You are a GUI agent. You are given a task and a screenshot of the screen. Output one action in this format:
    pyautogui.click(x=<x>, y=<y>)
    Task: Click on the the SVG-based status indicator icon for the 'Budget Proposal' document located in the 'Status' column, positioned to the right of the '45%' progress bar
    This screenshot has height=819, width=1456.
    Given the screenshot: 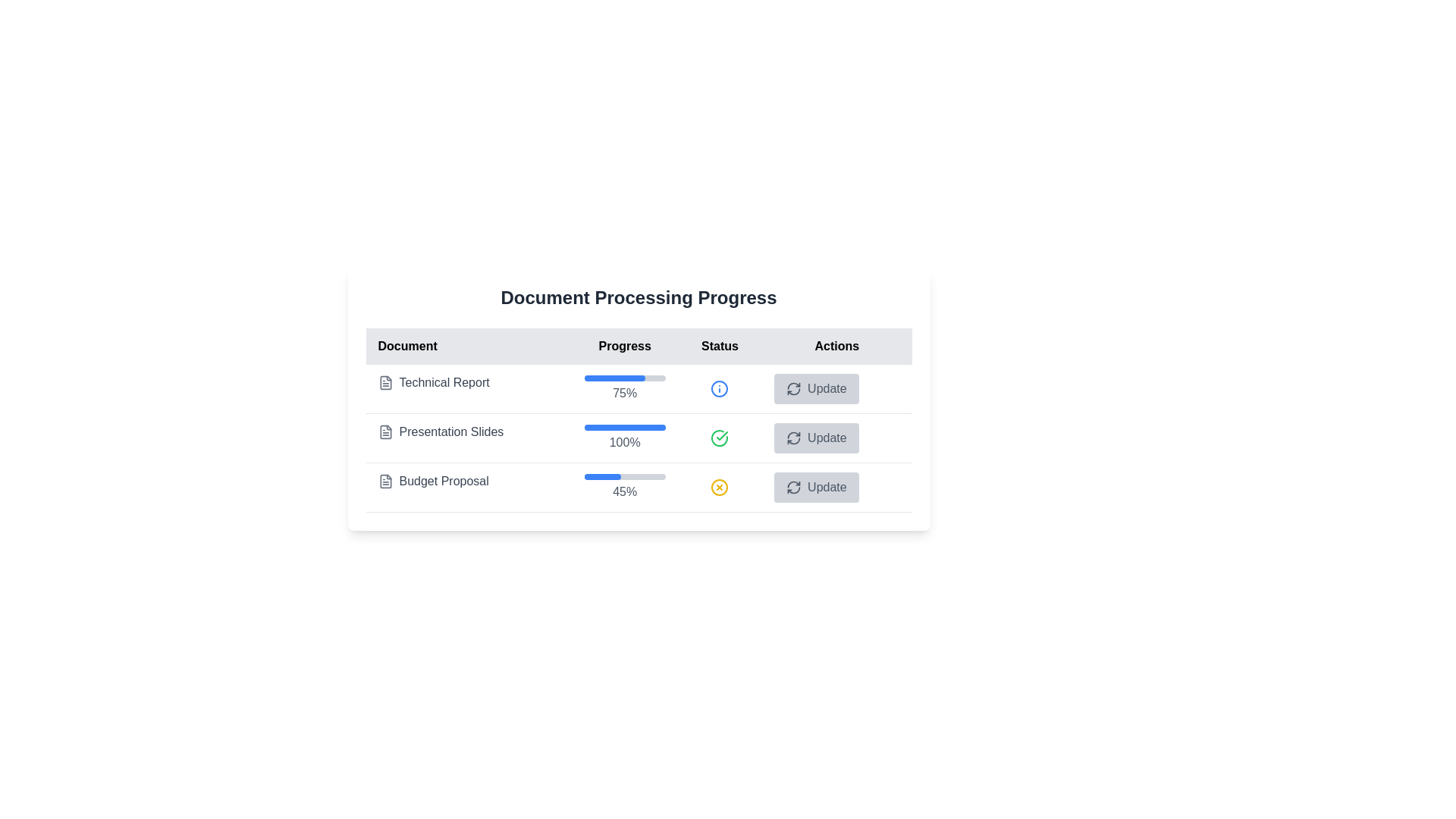 What is the action you would take?
    pyautogui.click(x=719, y=488)
    